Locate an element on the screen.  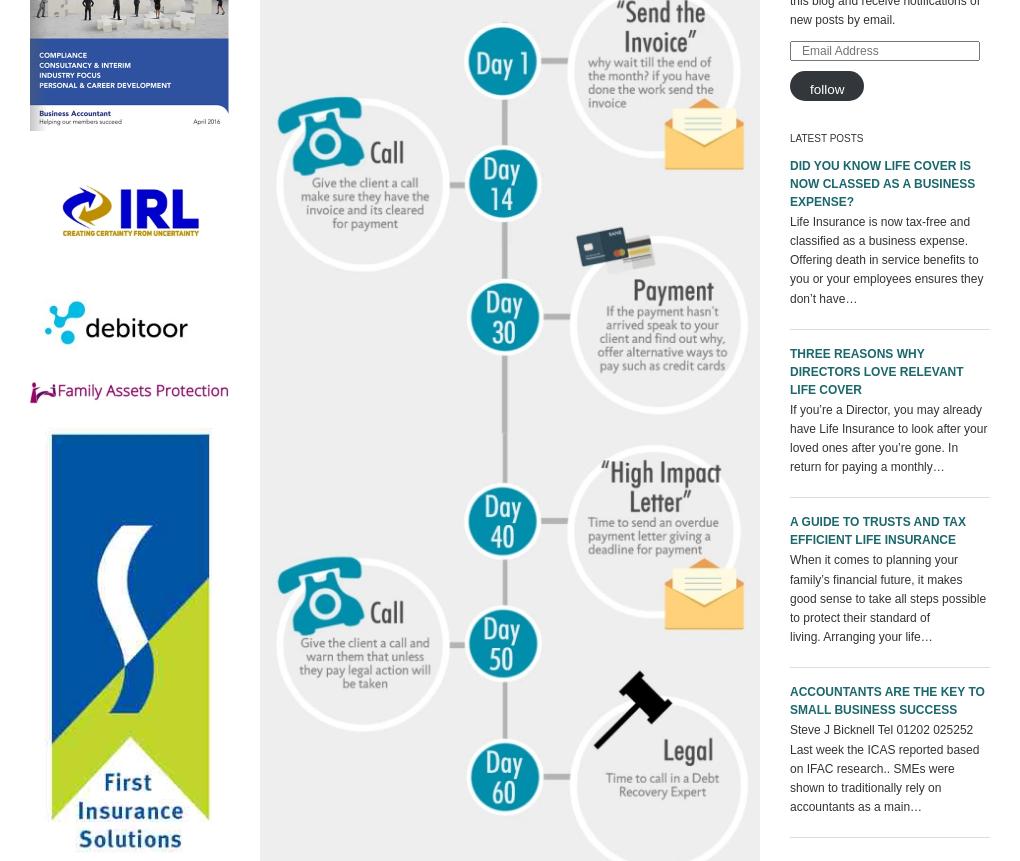
'Latest Posts' is located at coordinates (826, 137).